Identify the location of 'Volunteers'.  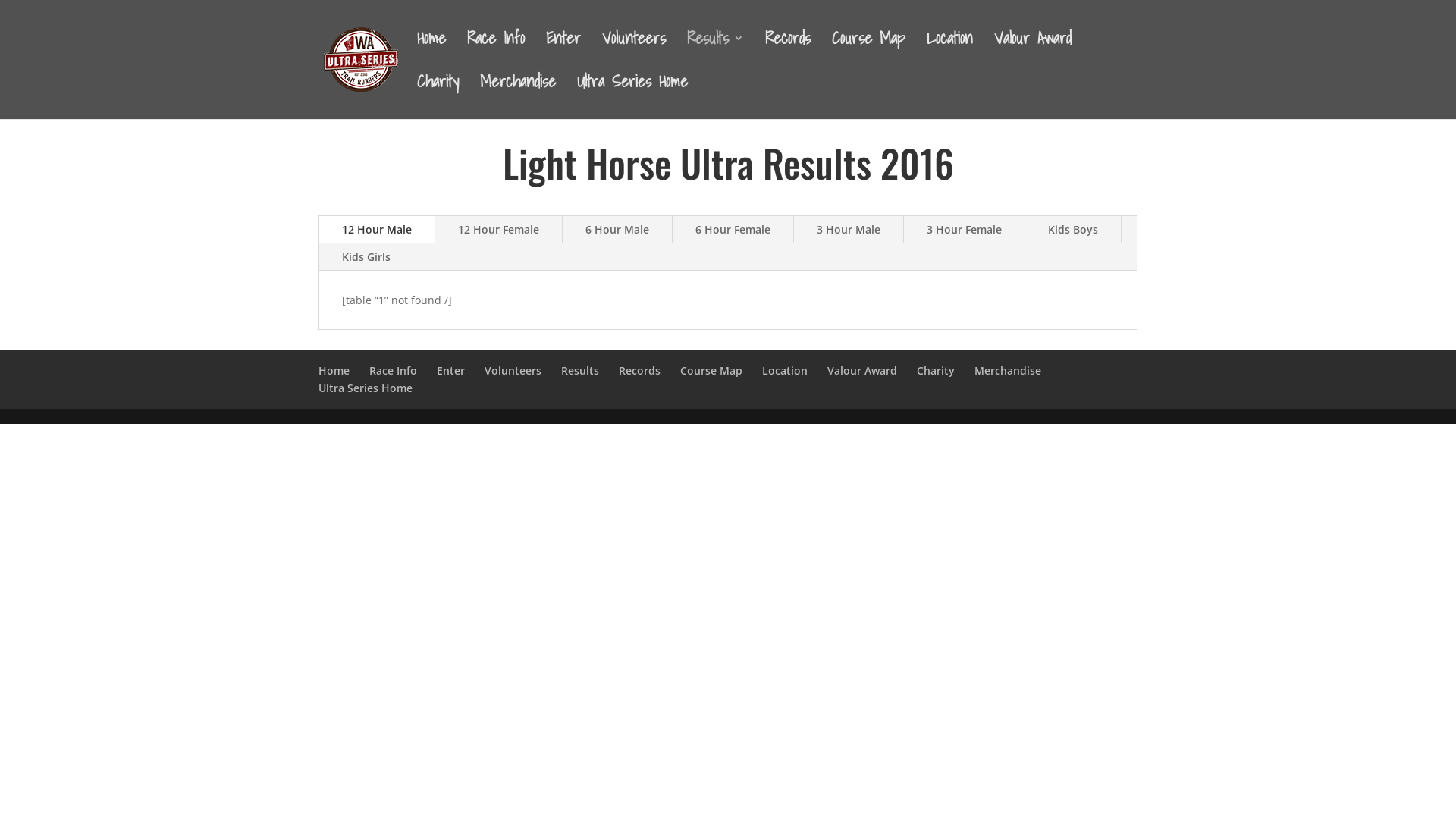
(513, 370).